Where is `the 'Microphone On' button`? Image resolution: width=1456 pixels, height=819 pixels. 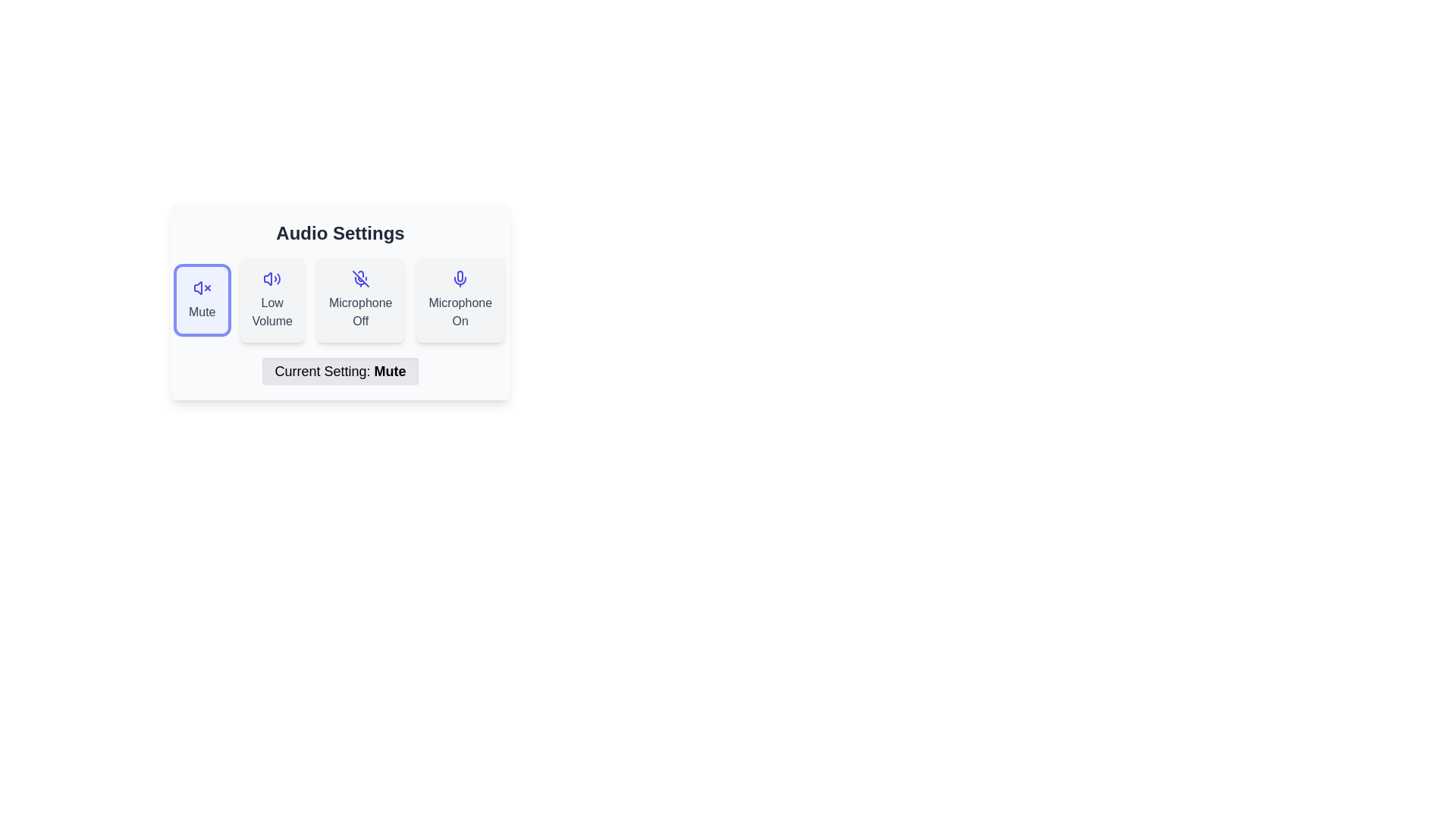 the 'Microphone On' button is located at coordinates (460, 300).